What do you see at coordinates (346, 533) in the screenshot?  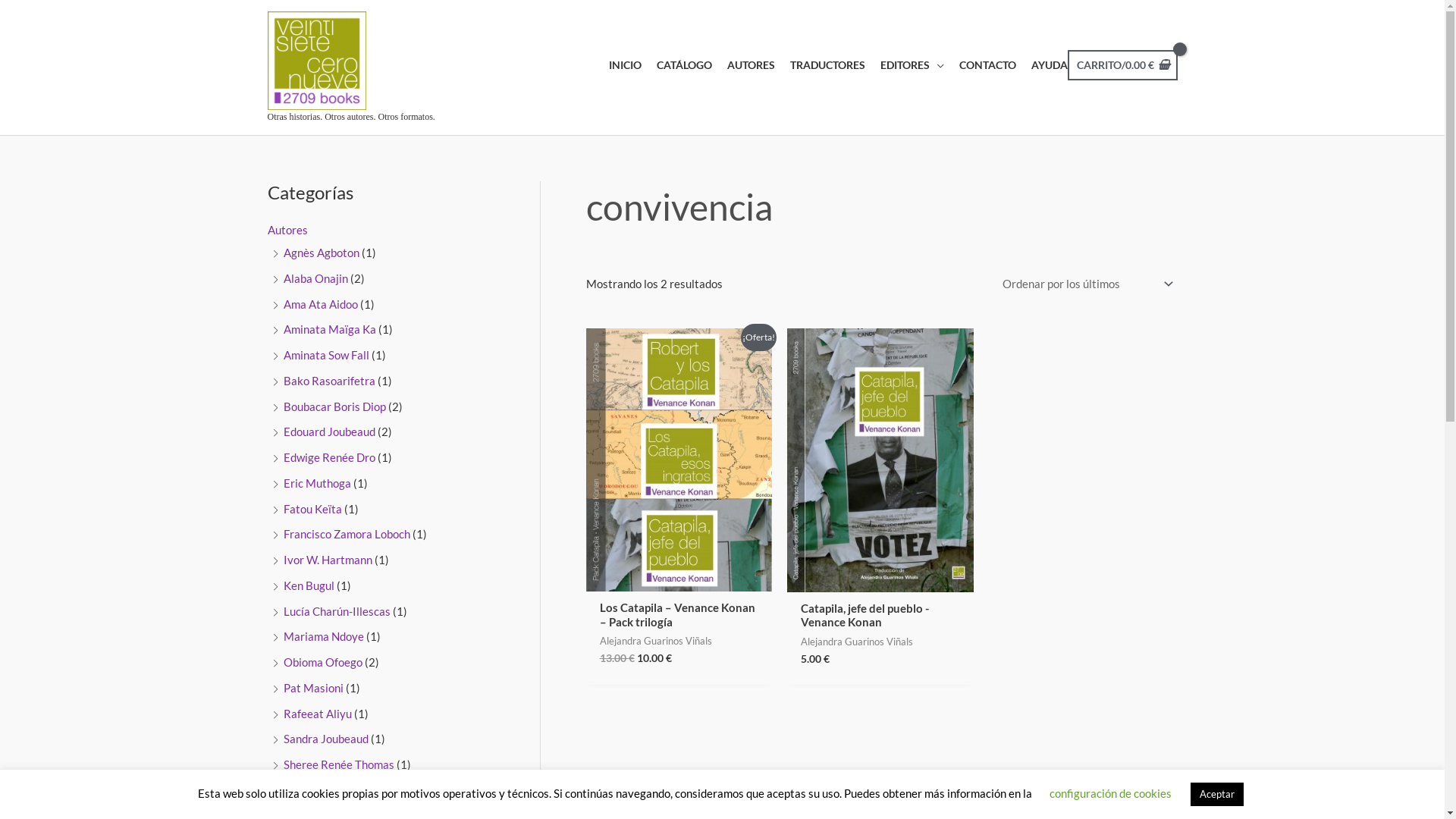 I see `'Francisco Zamora Loboch'` at bounding box center [346, 533].